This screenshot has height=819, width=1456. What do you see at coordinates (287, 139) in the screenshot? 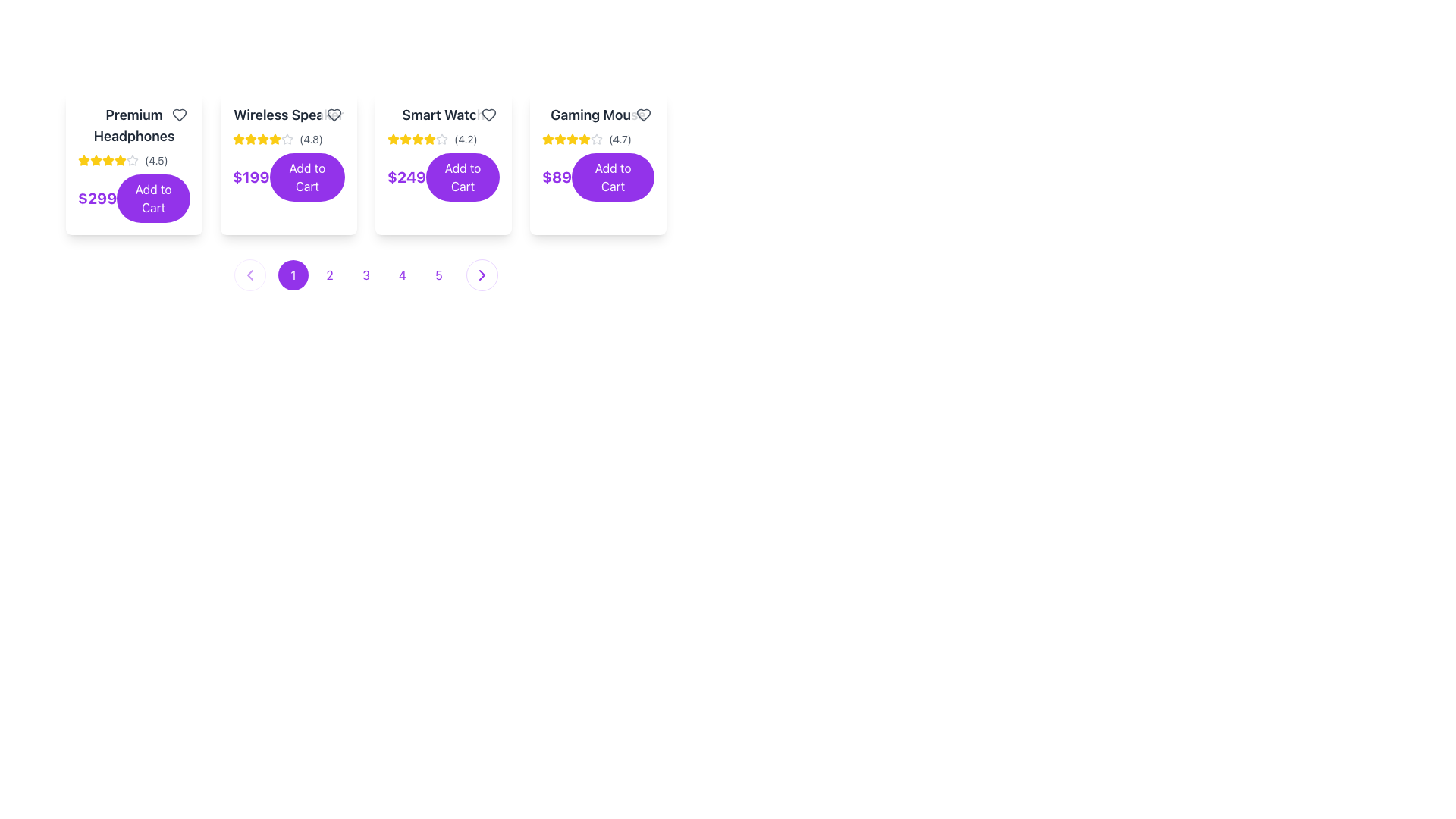
I see `the rating icon for the 'Wireless Speaker' product, which indicates an unselected or inactive state, located above the price and below the product name` at bounding box center [287, 139].